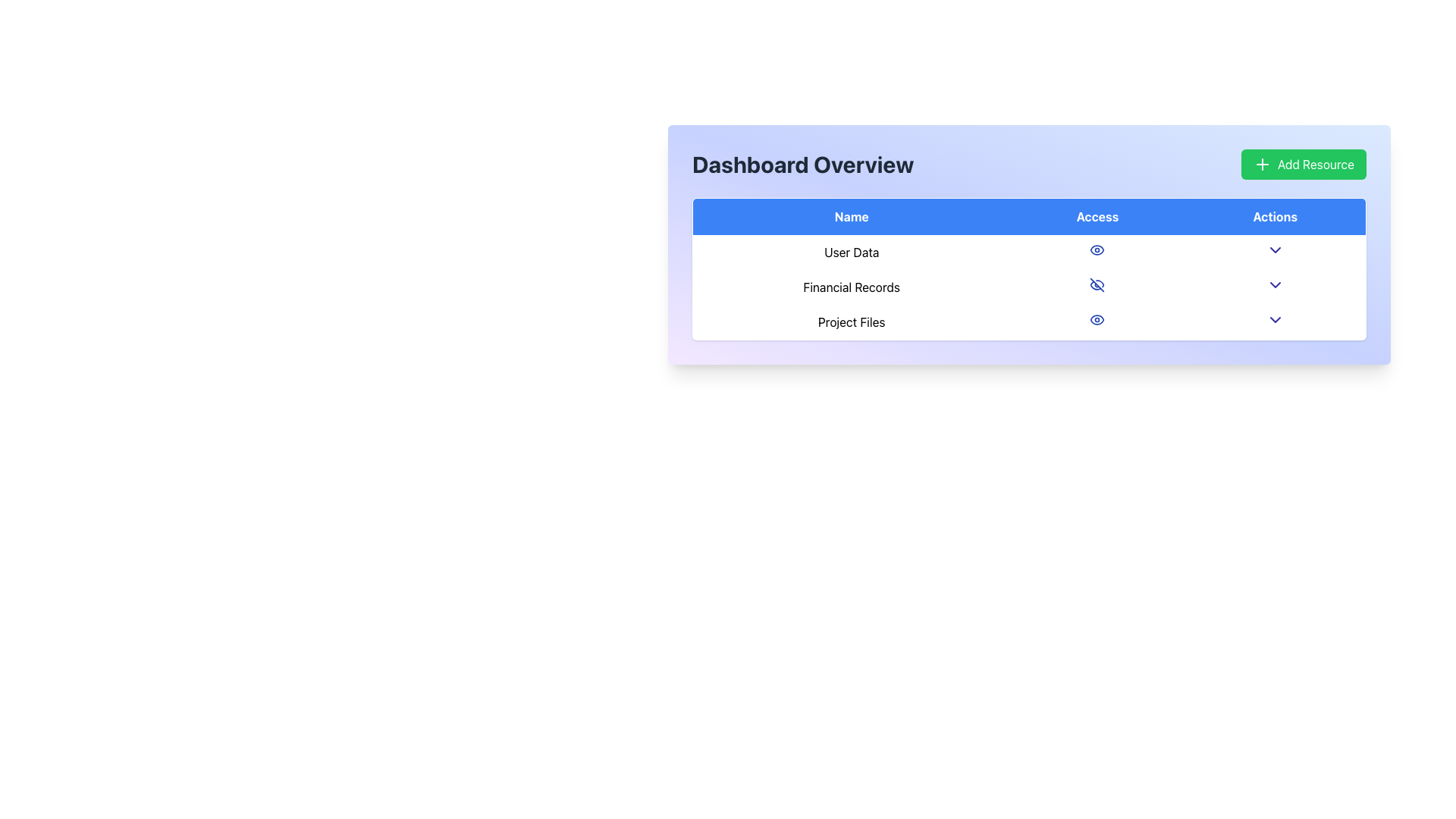  Describe the element at coordinates (802, 164) in the screenshot. I see `text from the header labeled 'Dashboard Overview' which is displayed in a bold and large font style` at that location.